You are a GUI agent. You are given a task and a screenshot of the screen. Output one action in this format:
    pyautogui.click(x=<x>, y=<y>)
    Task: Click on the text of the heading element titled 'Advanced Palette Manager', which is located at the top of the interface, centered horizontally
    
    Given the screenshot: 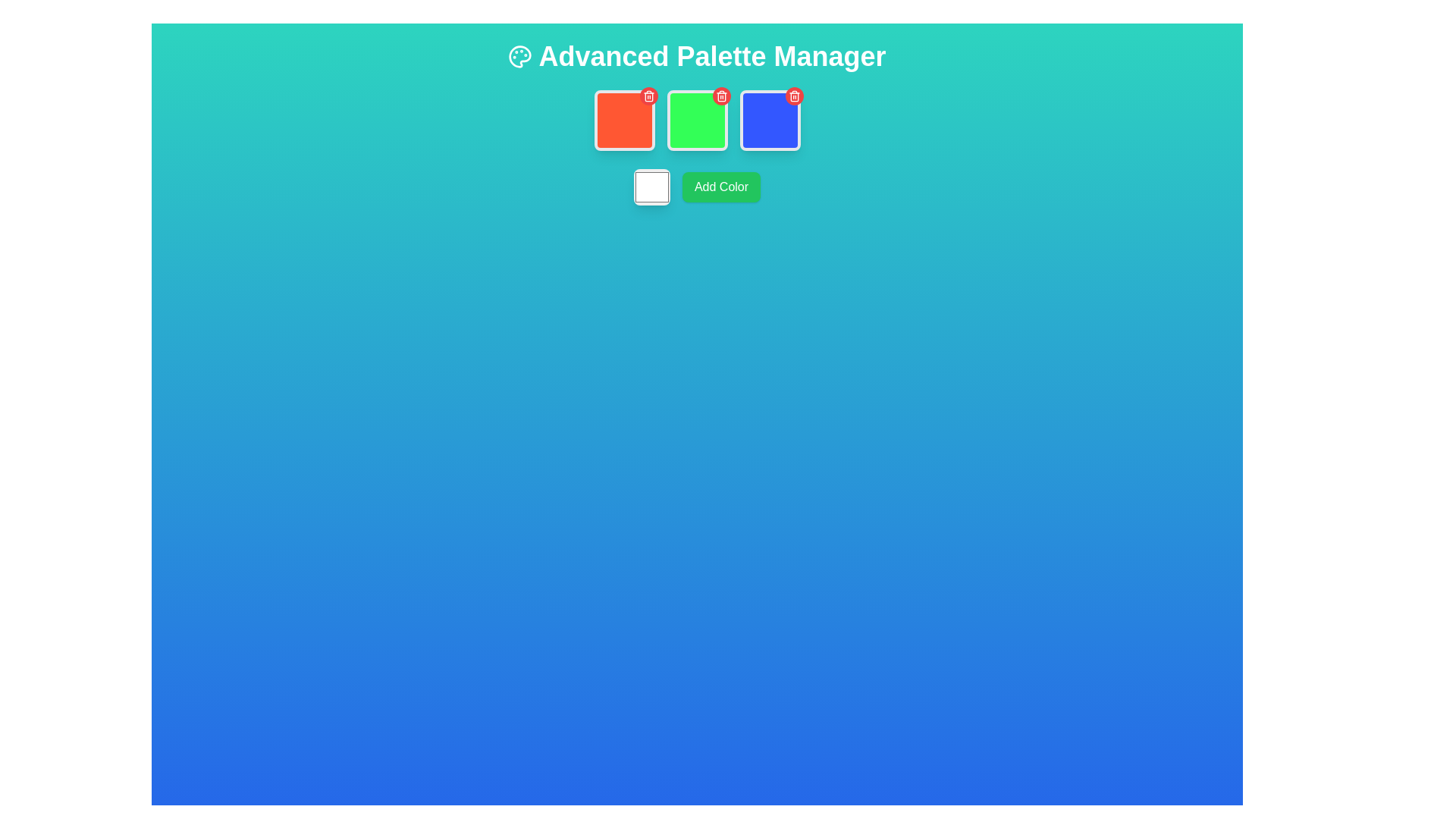 What is the action you would take?
    pyautogui.click(x=696, y=55)
    